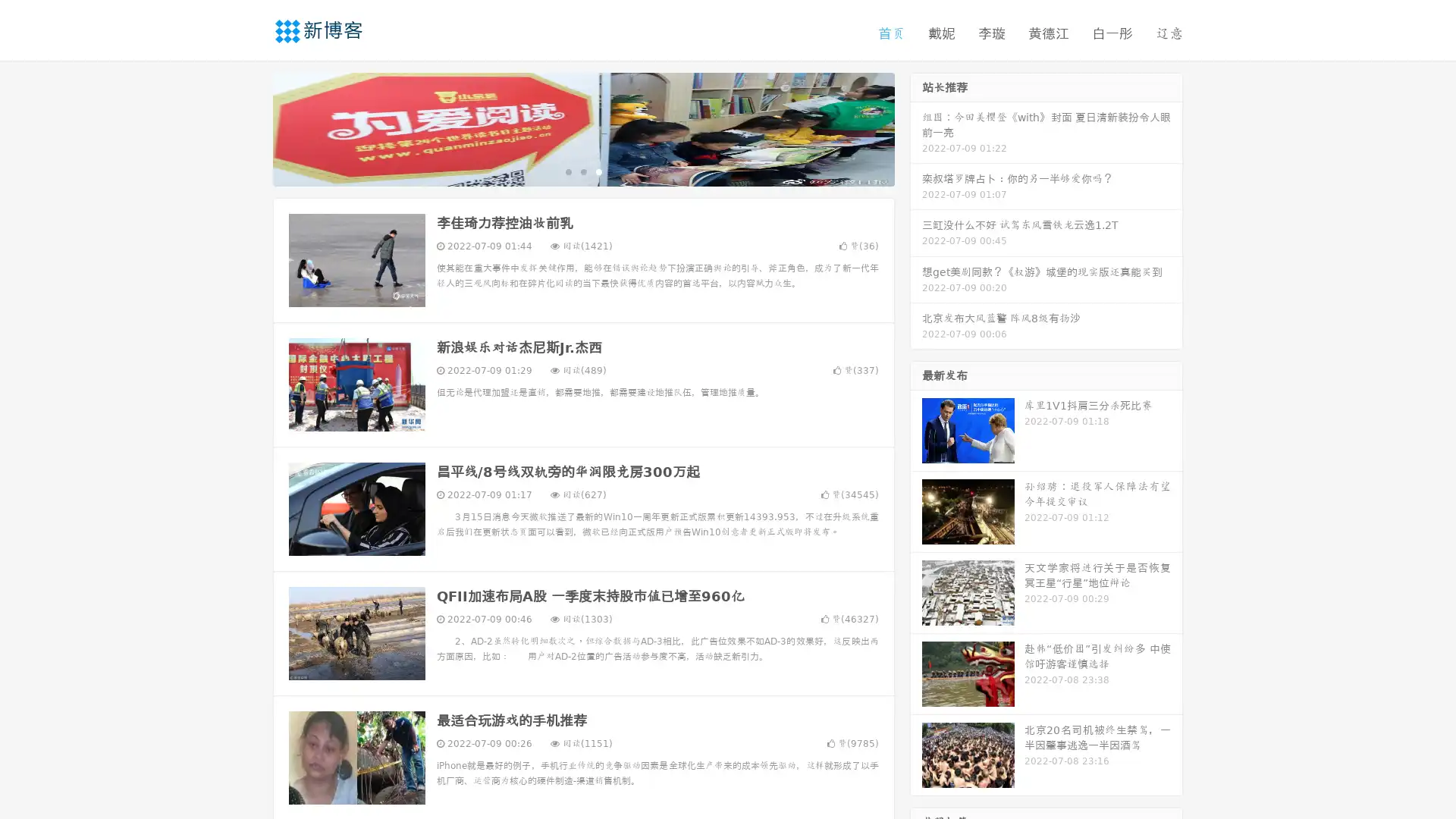 This screenshot has width=1456, height=819. I want to click on Go to slide 3, so click(598, 171).